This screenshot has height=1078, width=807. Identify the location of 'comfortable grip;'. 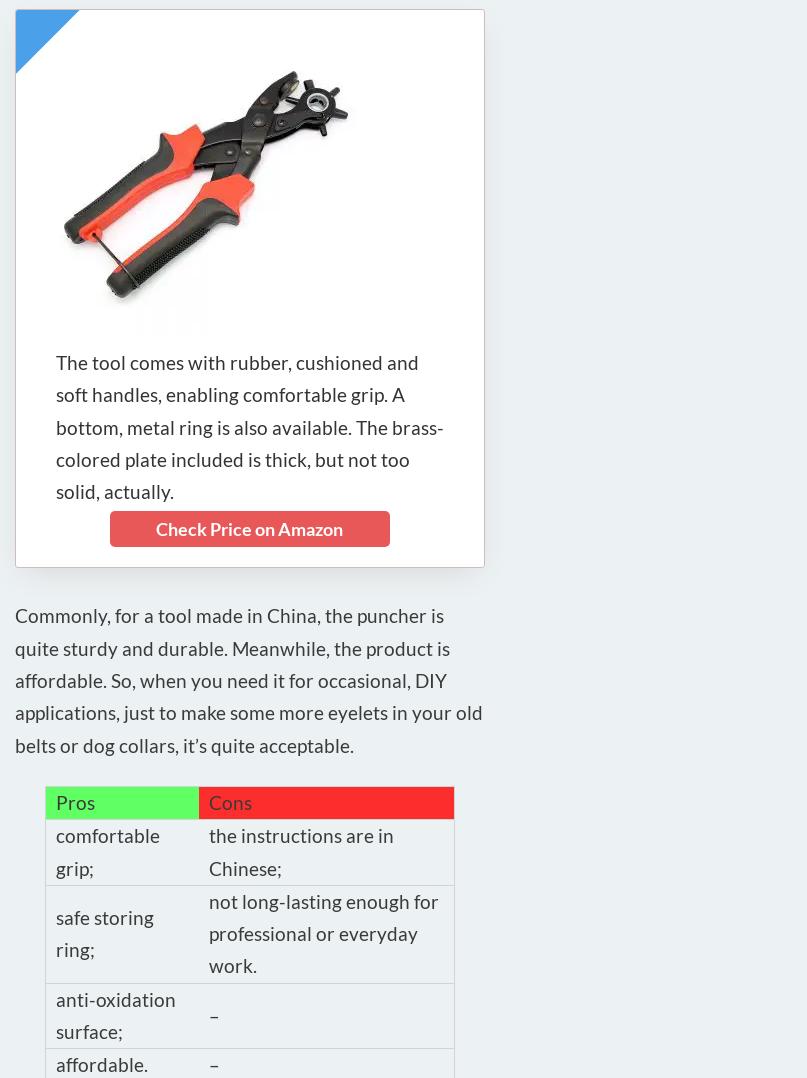
(106, 850).